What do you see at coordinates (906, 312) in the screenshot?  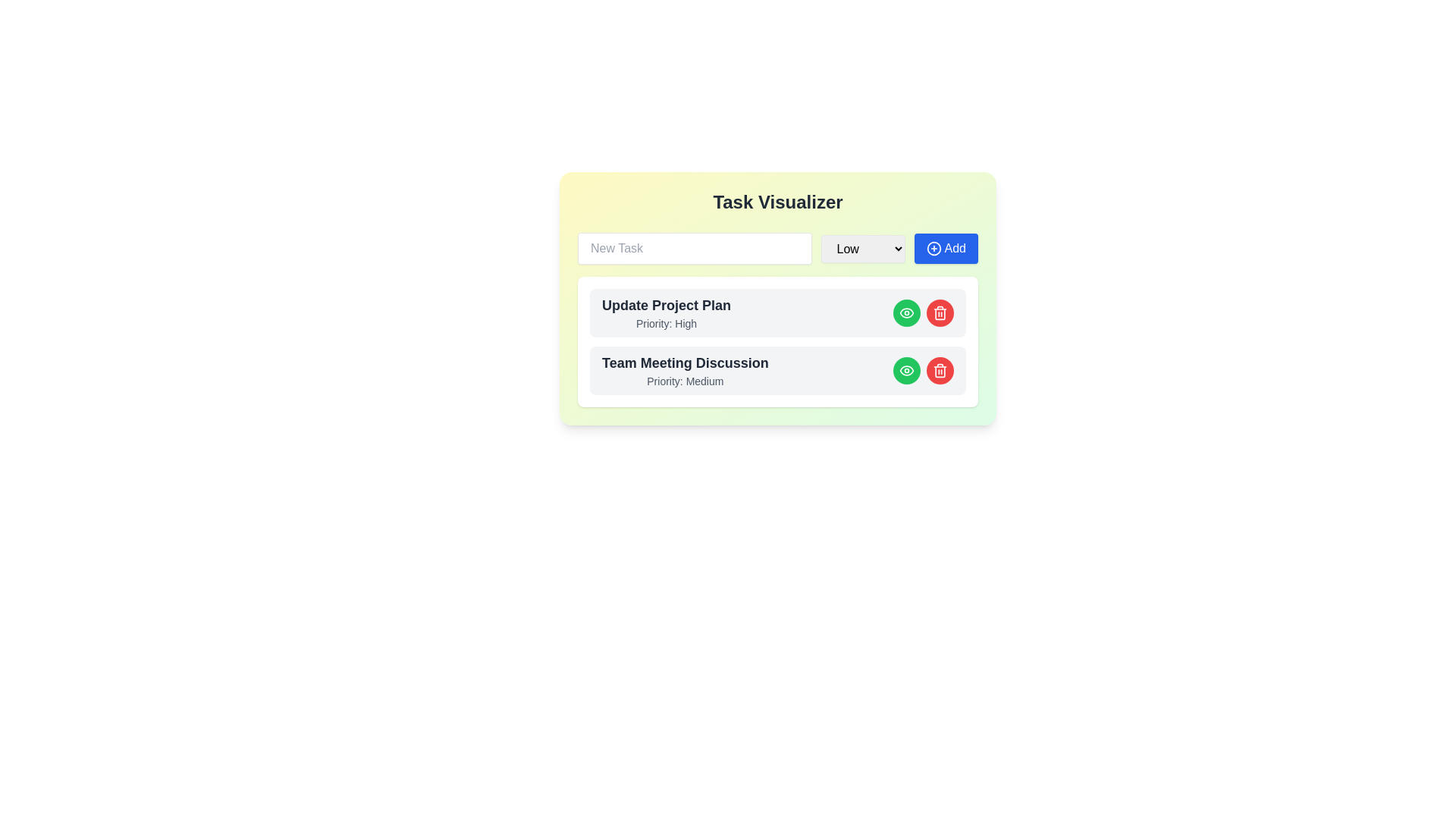 I see `the circular Icon Button with a green background and white eye icon` at bounding box center [906, 312].